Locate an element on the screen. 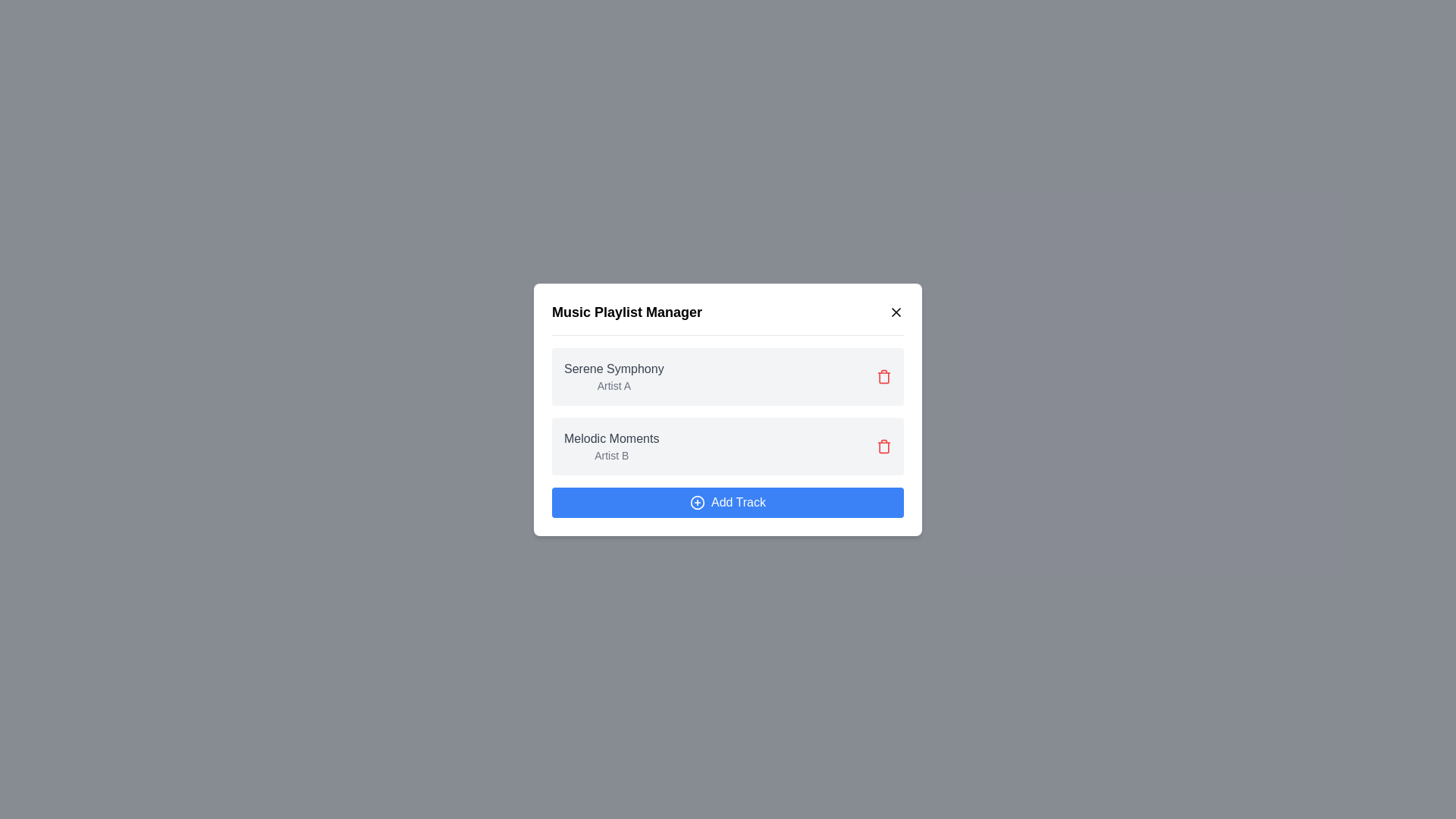  the Text display element that shows the title 'Melodic Moments' and subtitle 'Artist B' is located at coordinates (611, 445).